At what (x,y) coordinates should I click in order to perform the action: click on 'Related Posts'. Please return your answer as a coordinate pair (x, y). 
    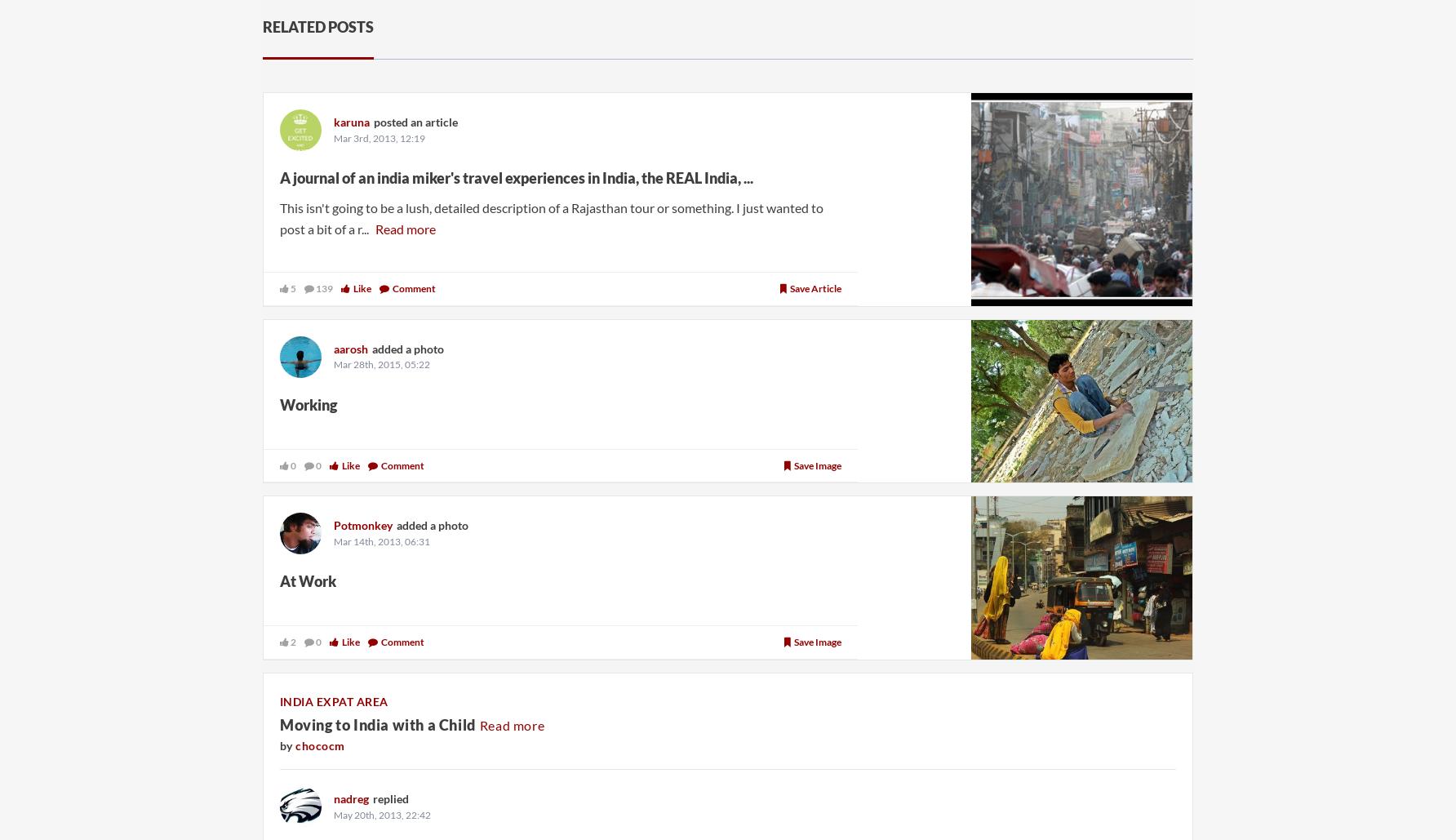
    Looking at the image, I should click on (317, 27).